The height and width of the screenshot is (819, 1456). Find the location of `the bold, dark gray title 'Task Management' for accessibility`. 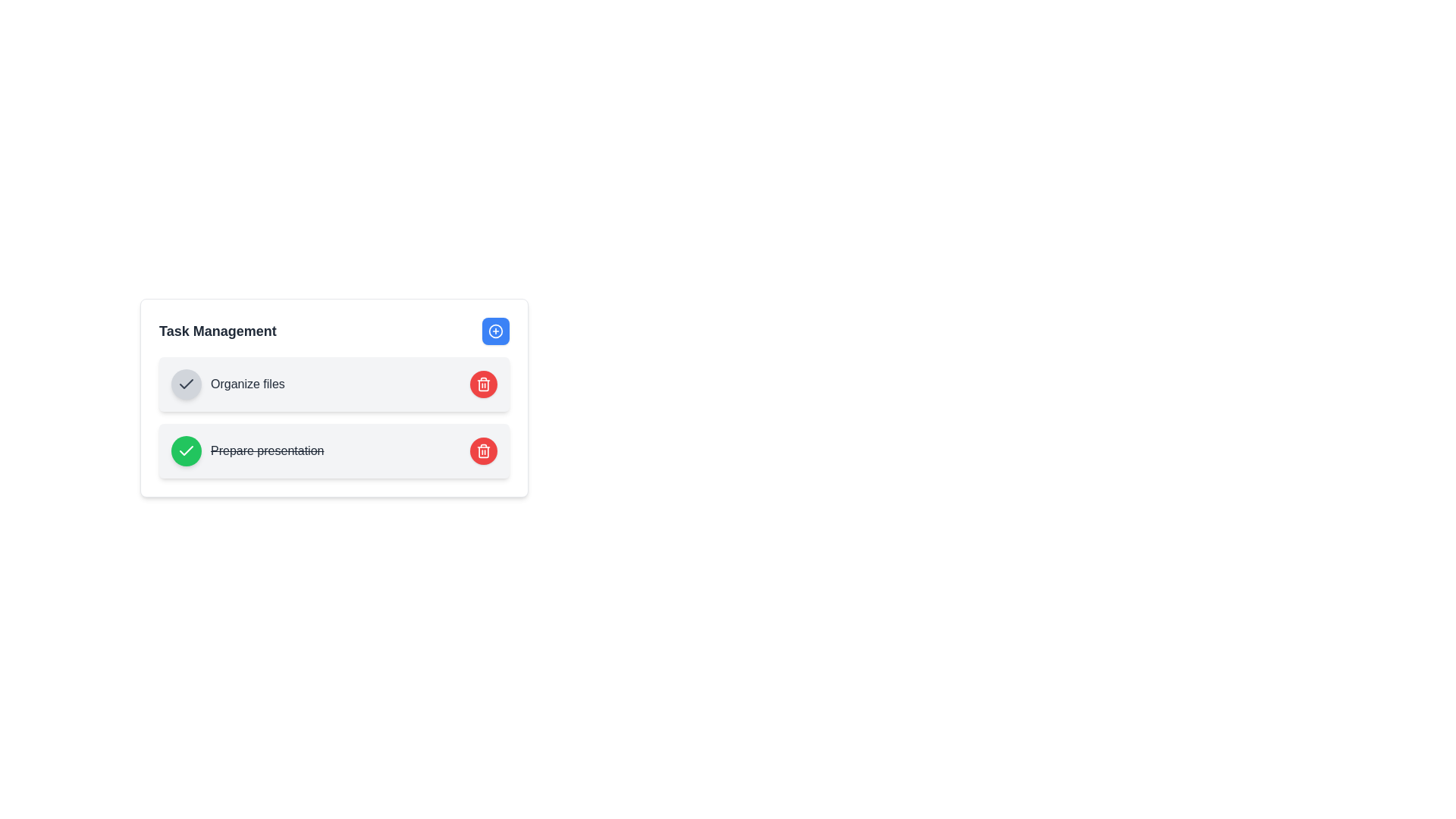

the bold, dark gray title 'Task Management' for accessibility is located at coordinates (217, 330).